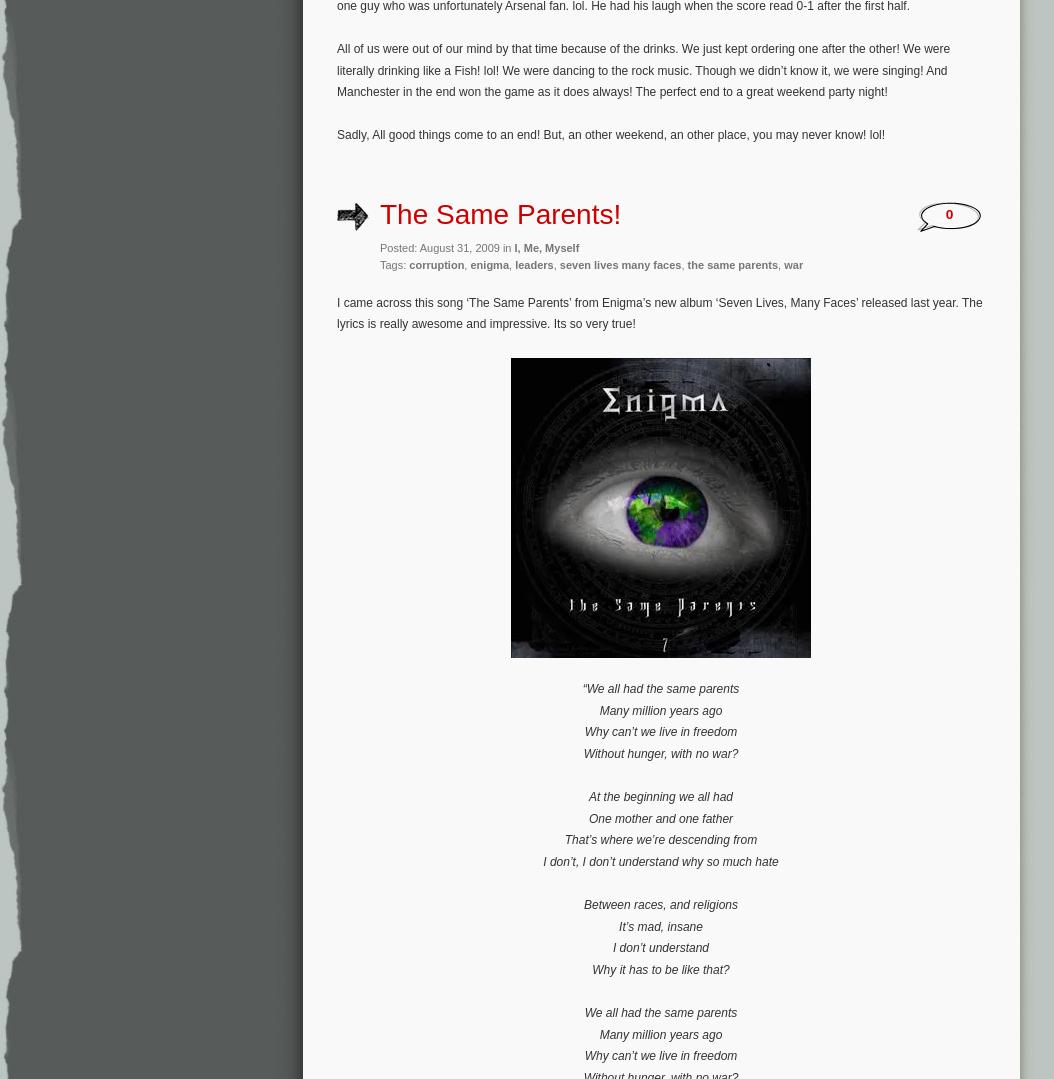 The height and width of the screenshot is (1079, 1054). Describe the element at coordinates (436, 265) in the screenshot. I see `'corruption'` at that location.